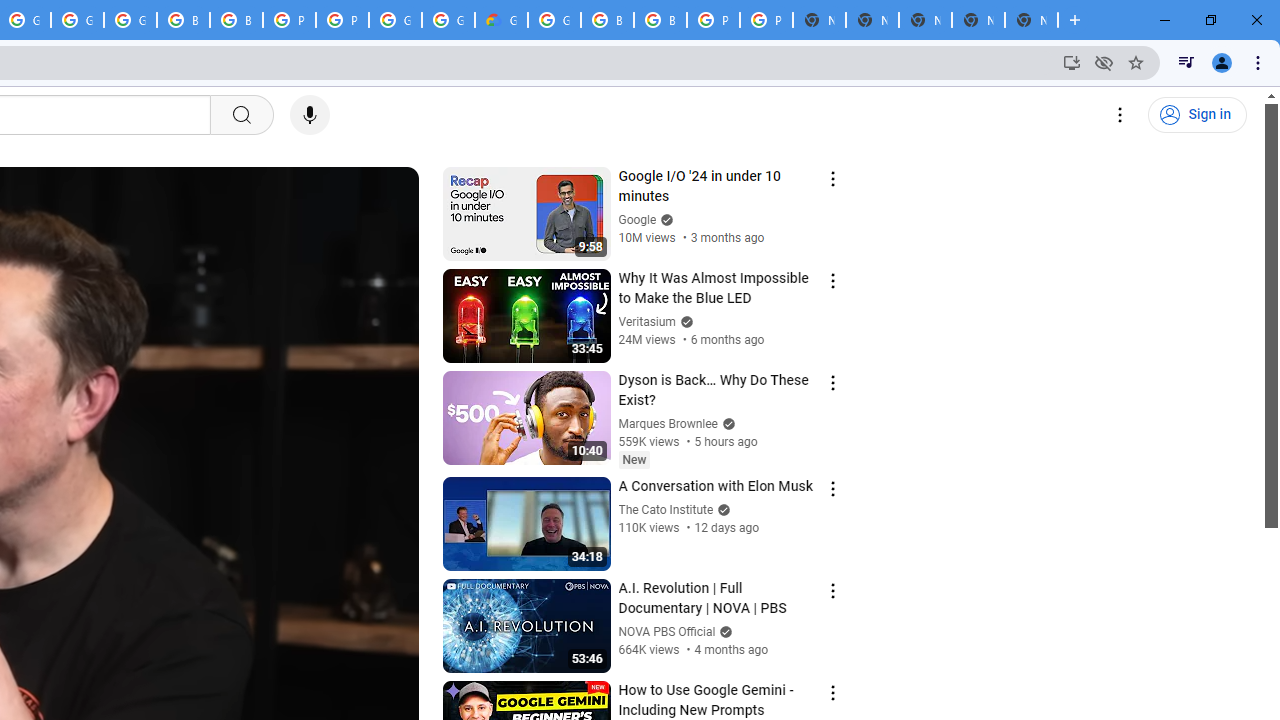  Describe the element at coordinates (308, 115) in the screenshot. I see `'Search with your voice'` at that location.